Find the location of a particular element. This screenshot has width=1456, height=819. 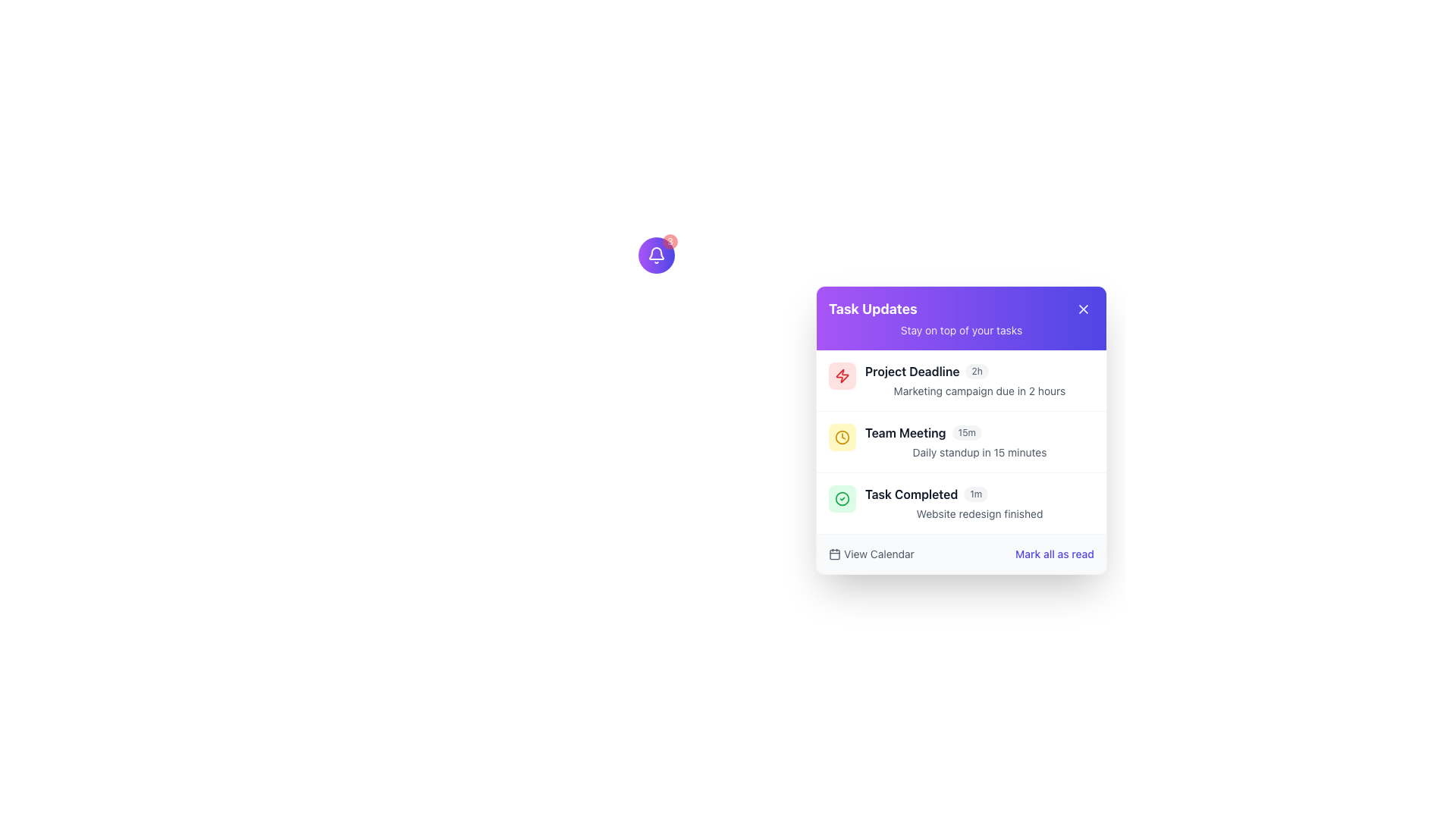

the static label displaying the text '2h' which is located in the notification area, following the 'Project Deadline' text is located at coordinates (977, 371).